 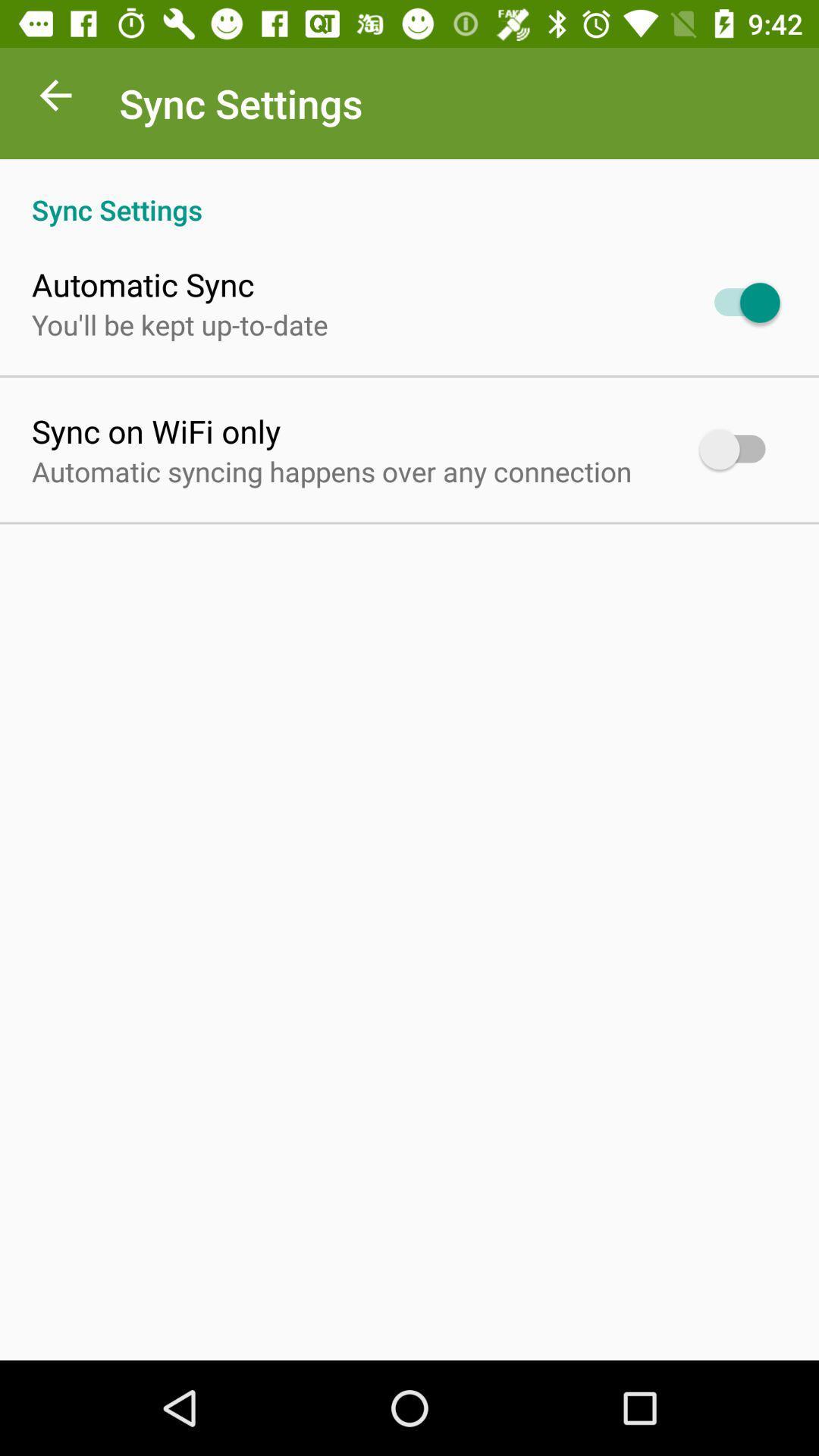 I want to click on the icon above automatic syncing happens app, so click(x=156, y=430).